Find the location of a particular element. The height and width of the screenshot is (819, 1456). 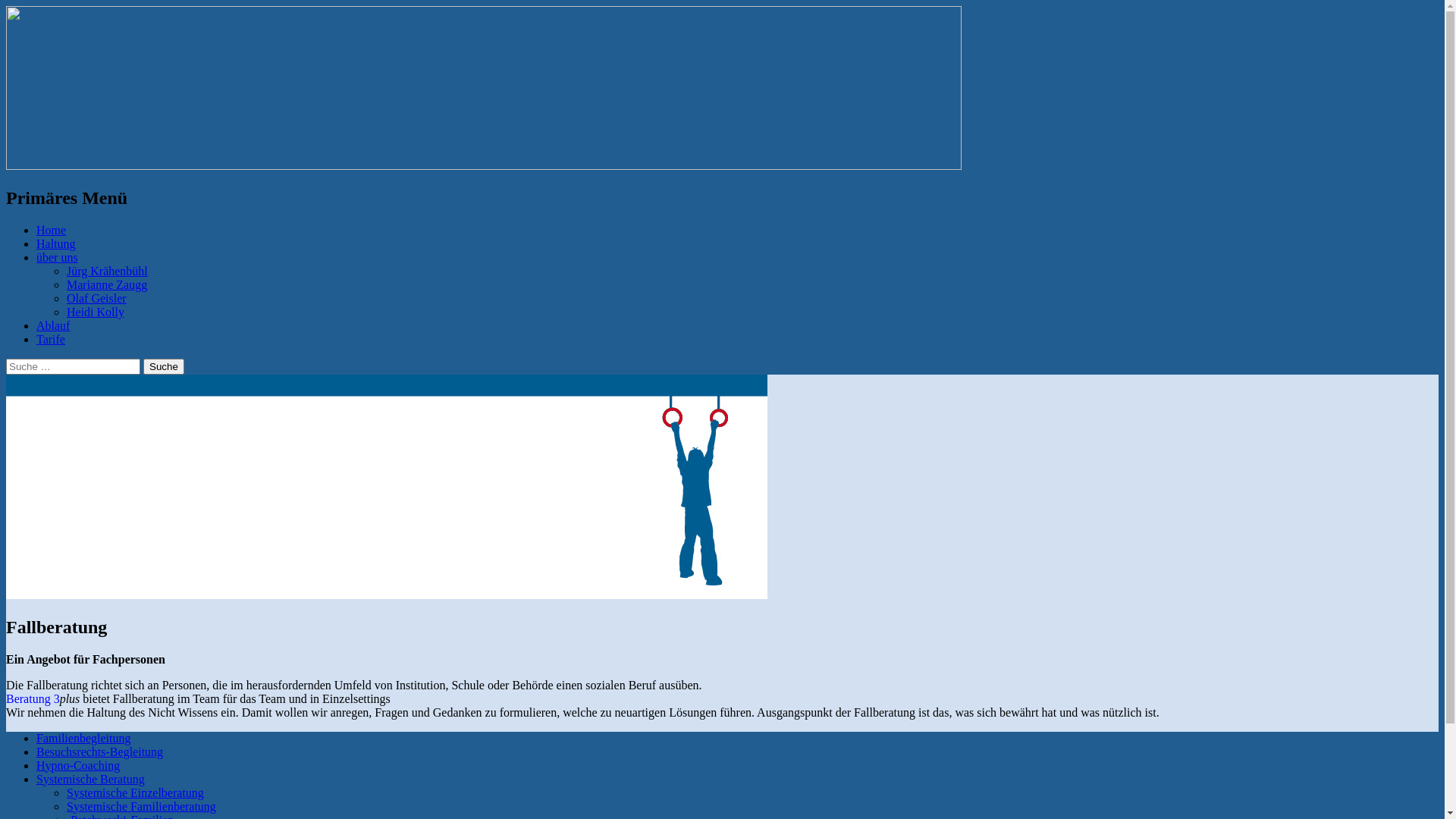

'Systemische Einzelberatung' is located at coordinates (135, 792).